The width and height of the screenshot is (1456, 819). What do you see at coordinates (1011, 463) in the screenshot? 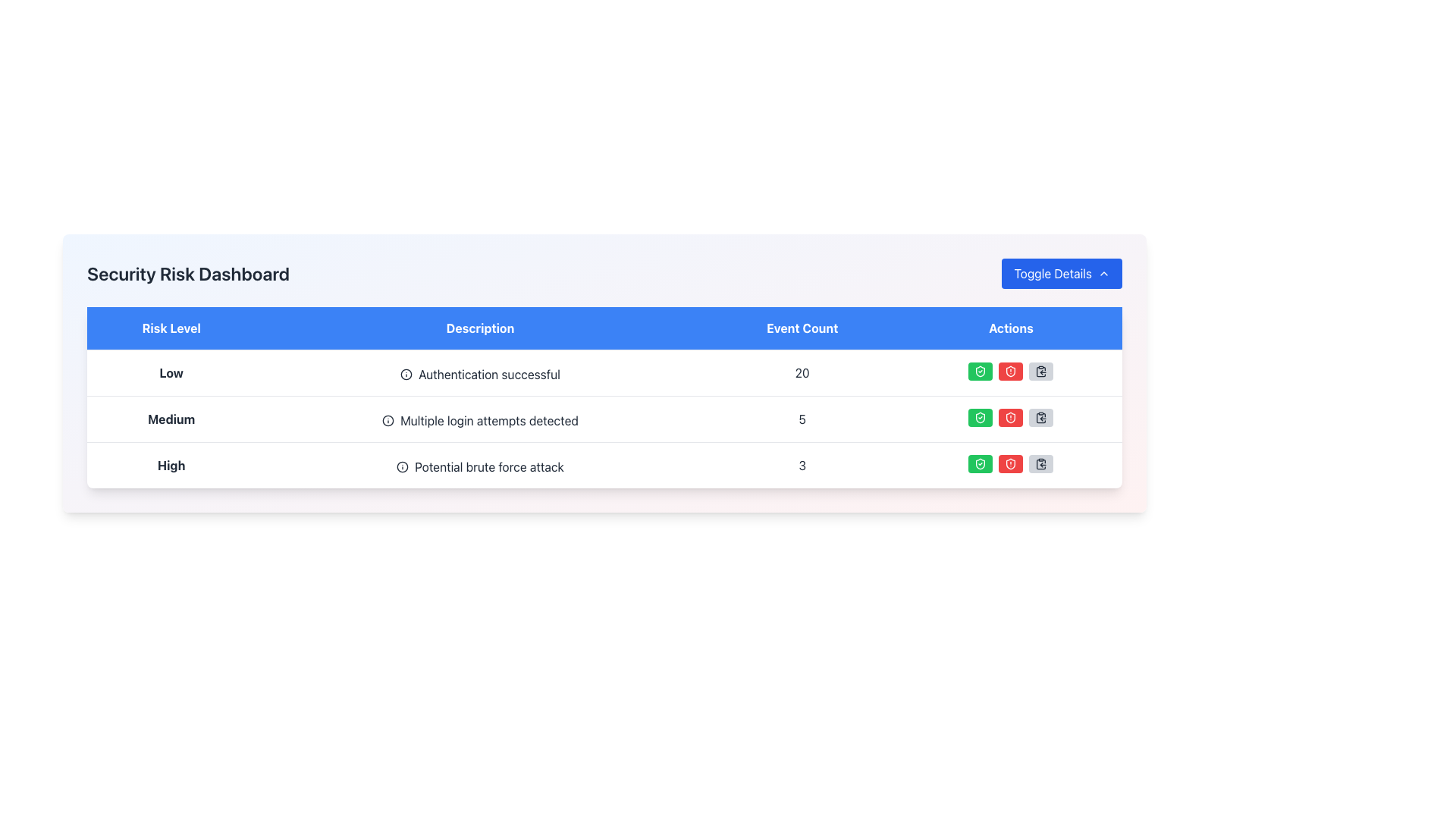
I see `the shield icon button located in the 'High' severity row of the 'Actions' column` at bounding box center [1011, 463].